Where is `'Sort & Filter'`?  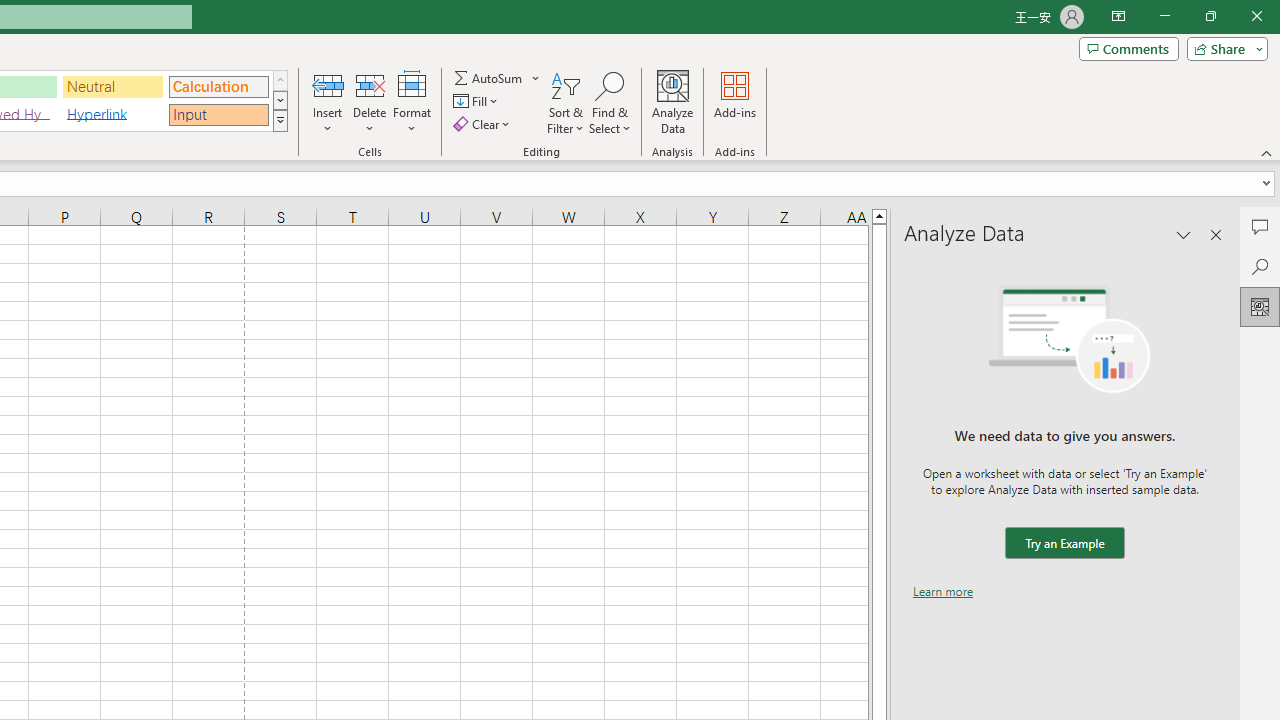
'Sort & Filter' is located at coordinates (565, 103).